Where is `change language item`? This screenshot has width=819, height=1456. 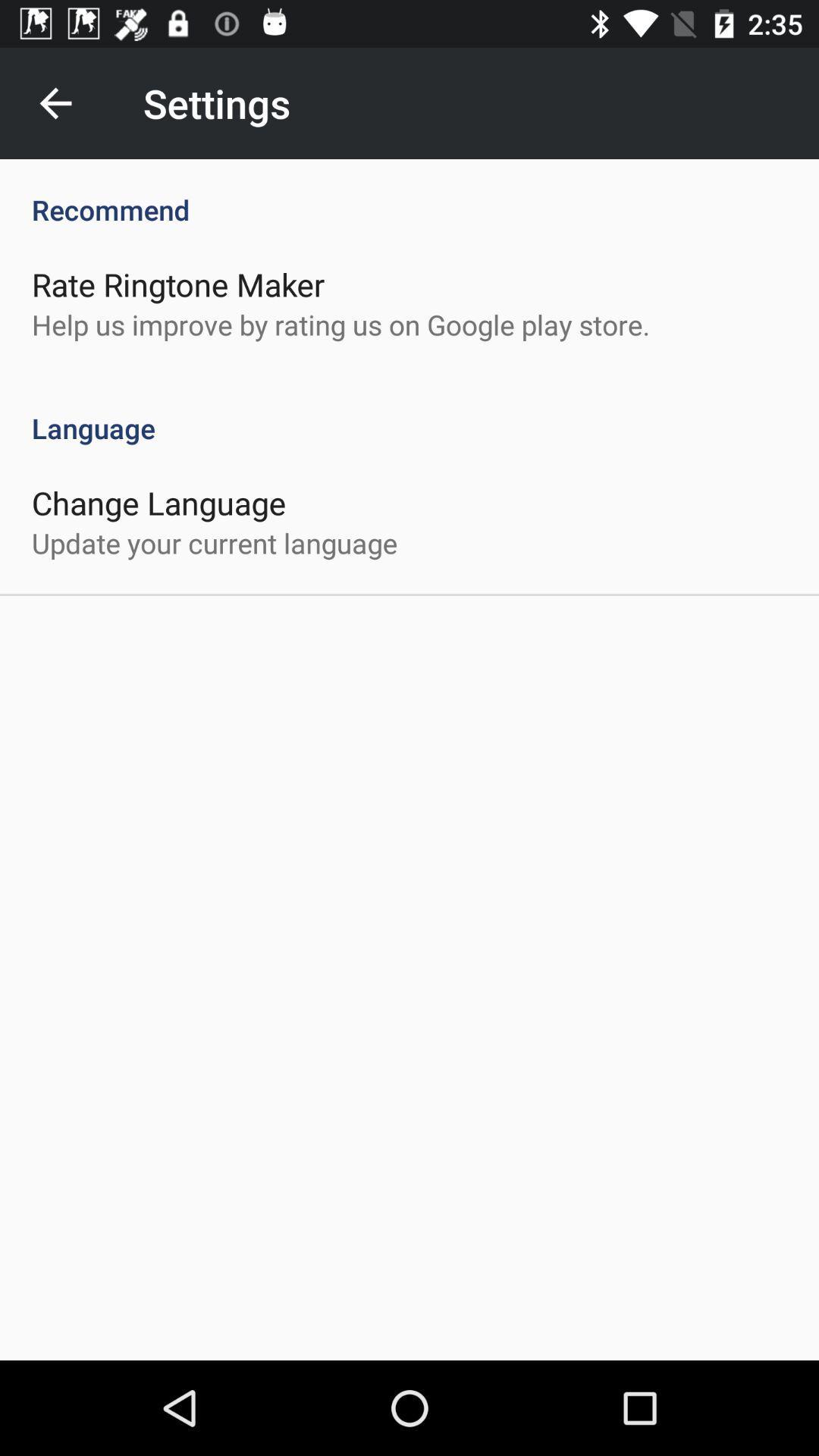
change language item is located at coordinates (158, 502).